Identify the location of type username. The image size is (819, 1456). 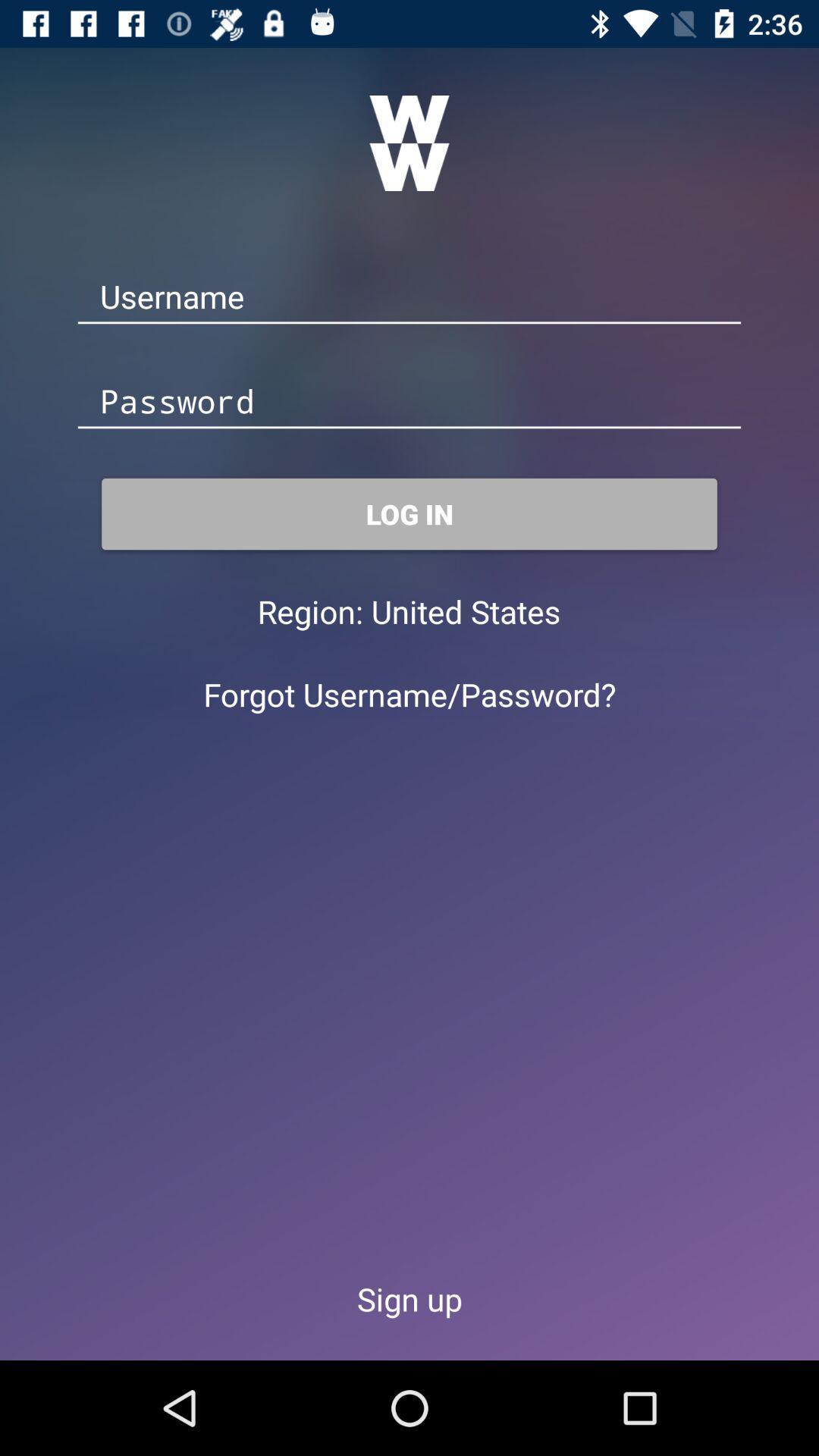
(409, 298).